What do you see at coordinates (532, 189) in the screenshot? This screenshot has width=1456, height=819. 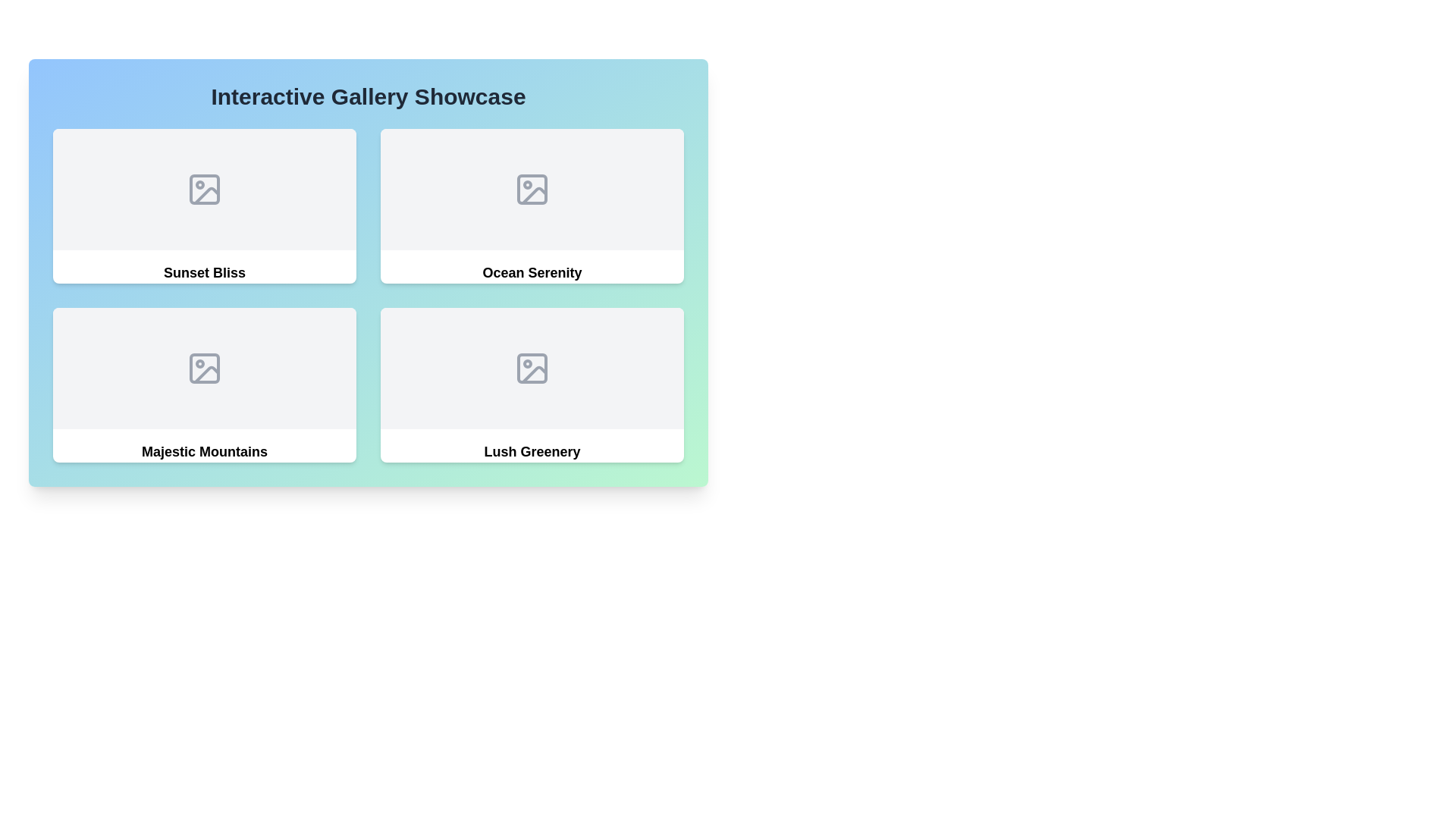 I see `Image Placeholder located in the upper row of the grid, which is the second element from the left and is associated with the label 'Ocean Serenity'` at bounding box center [532, 189].